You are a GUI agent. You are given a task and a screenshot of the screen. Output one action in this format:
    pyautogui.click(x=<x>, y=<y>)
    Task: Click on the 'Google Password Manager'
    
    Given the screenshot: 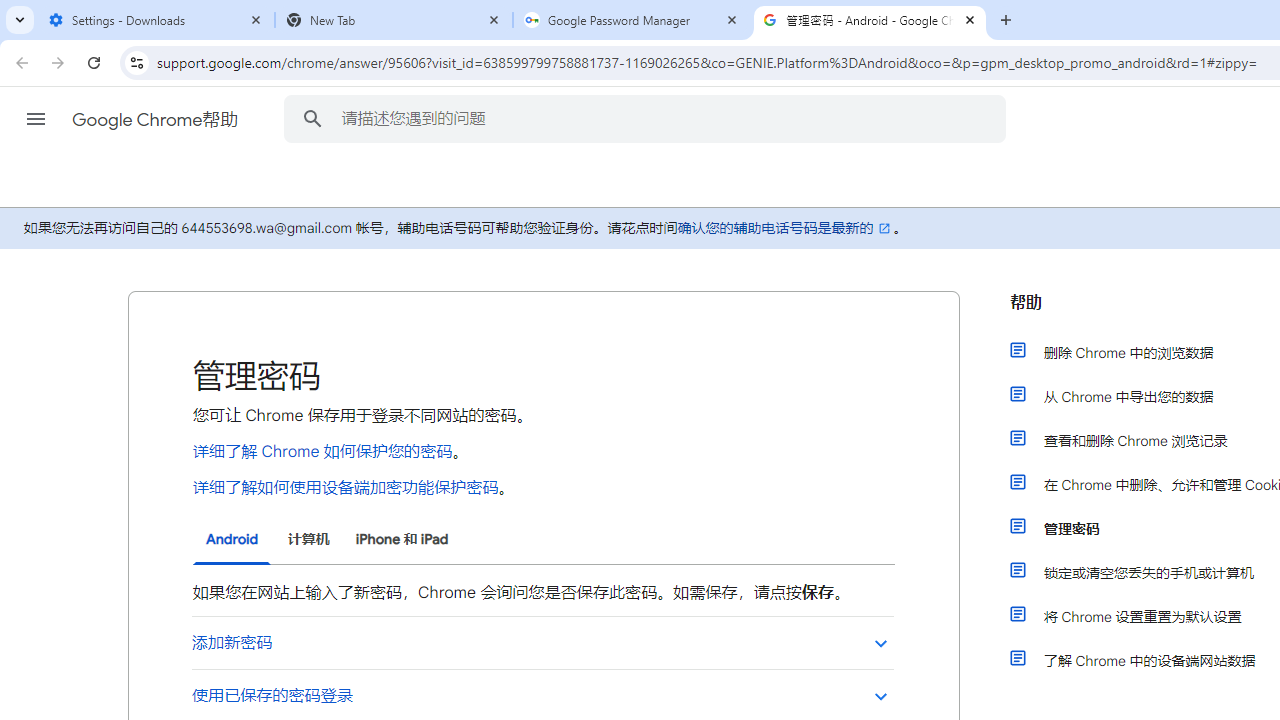 What is the action you would take?
    pyautogui.click(x=631, y=20)
    